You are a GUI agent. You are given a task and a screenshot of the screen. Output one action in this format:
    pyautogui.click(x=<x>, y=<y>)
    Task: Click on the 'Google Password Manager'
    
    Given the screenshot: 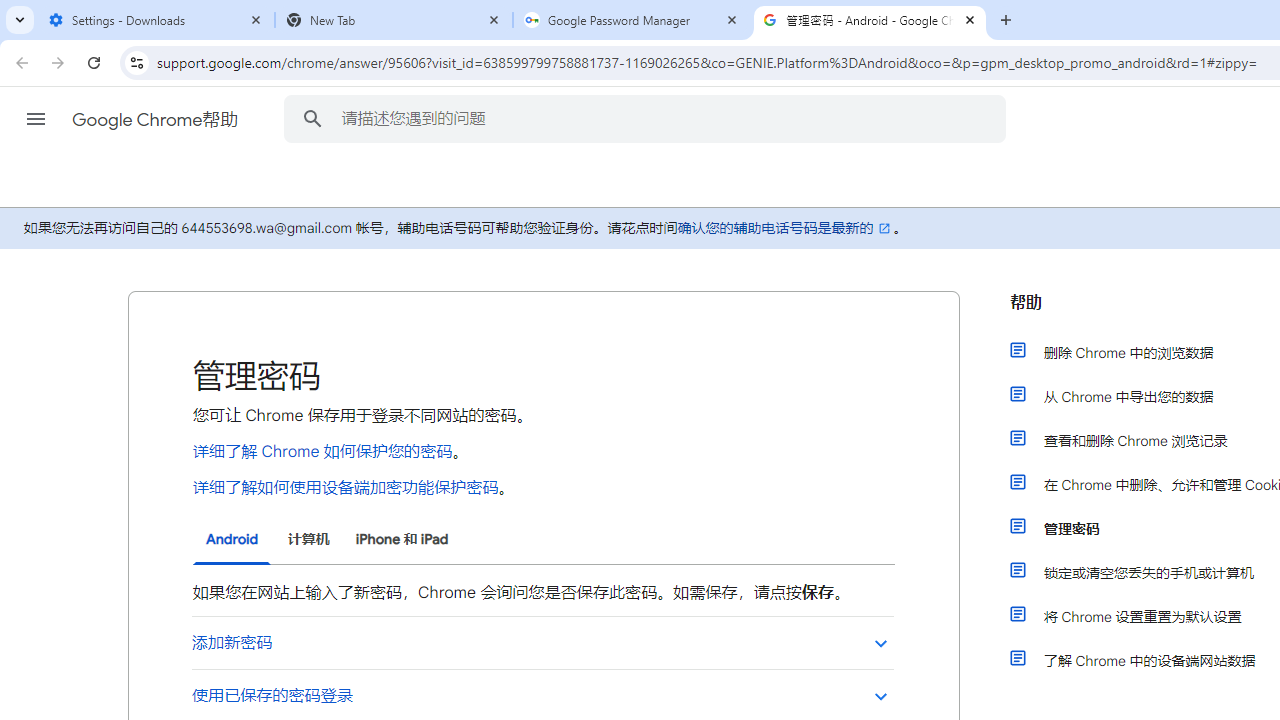 What is the action you would take?
    pyautogui.click(x=631, y=20)
    